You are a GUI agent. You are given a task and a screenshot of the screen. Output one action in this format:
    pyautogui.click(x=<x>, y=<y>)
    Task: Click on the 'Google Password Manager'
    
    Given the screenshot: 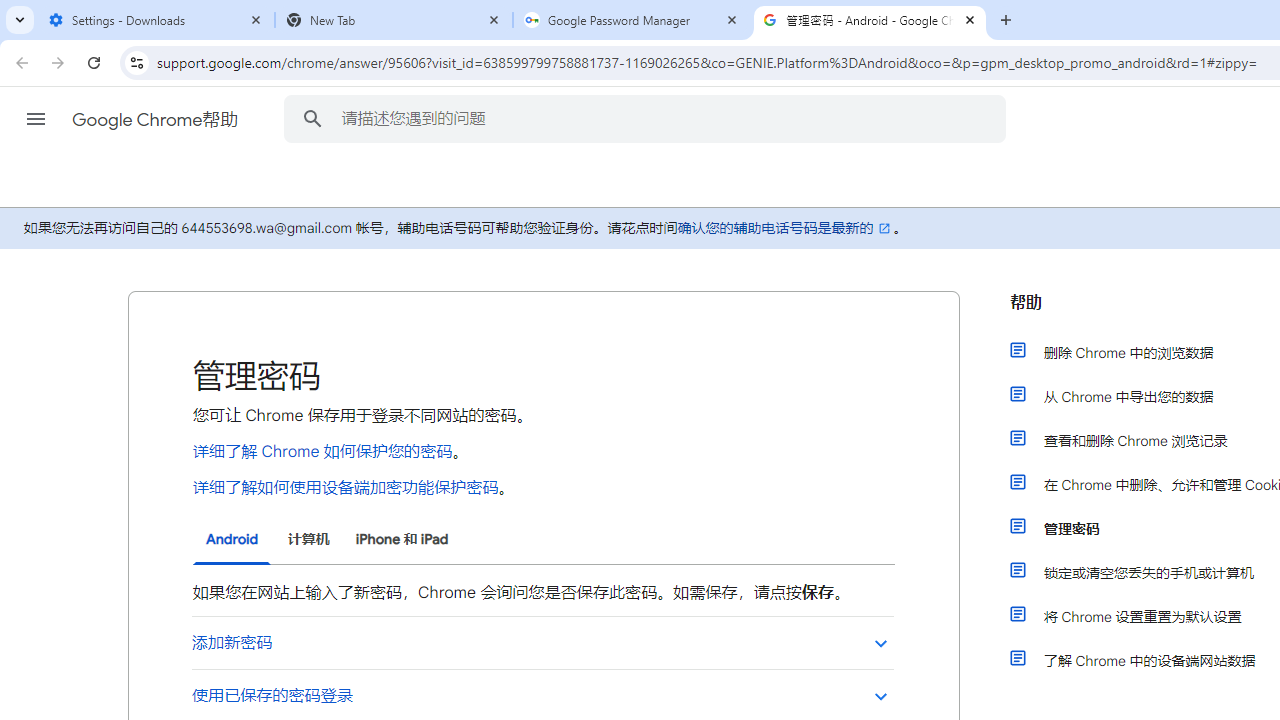 What is the action you would take?
    pyautogui.click(x=631, y=20)
    